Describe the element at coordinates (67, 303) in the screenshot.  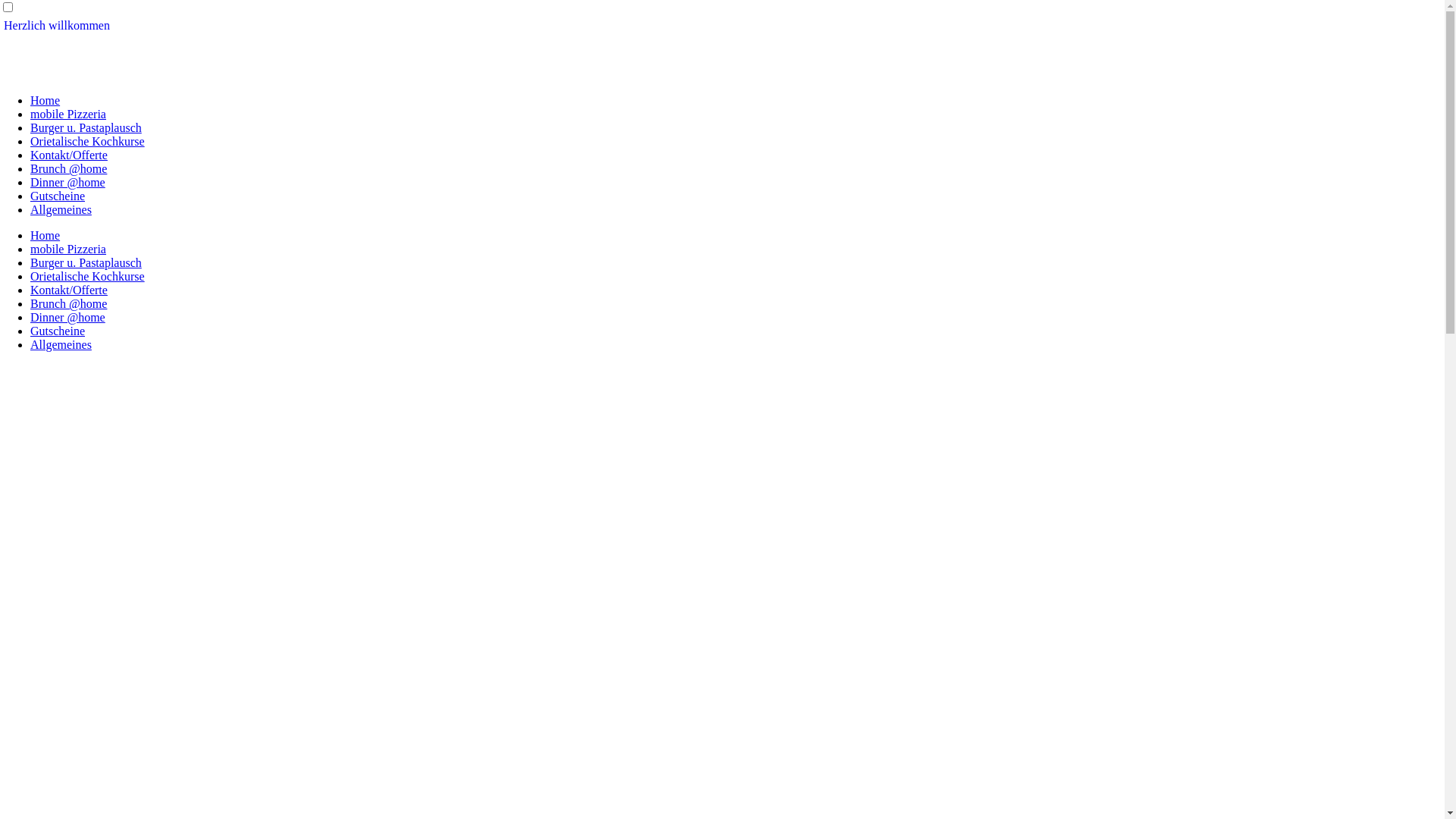
I see `'Brunch @home'` at that location.